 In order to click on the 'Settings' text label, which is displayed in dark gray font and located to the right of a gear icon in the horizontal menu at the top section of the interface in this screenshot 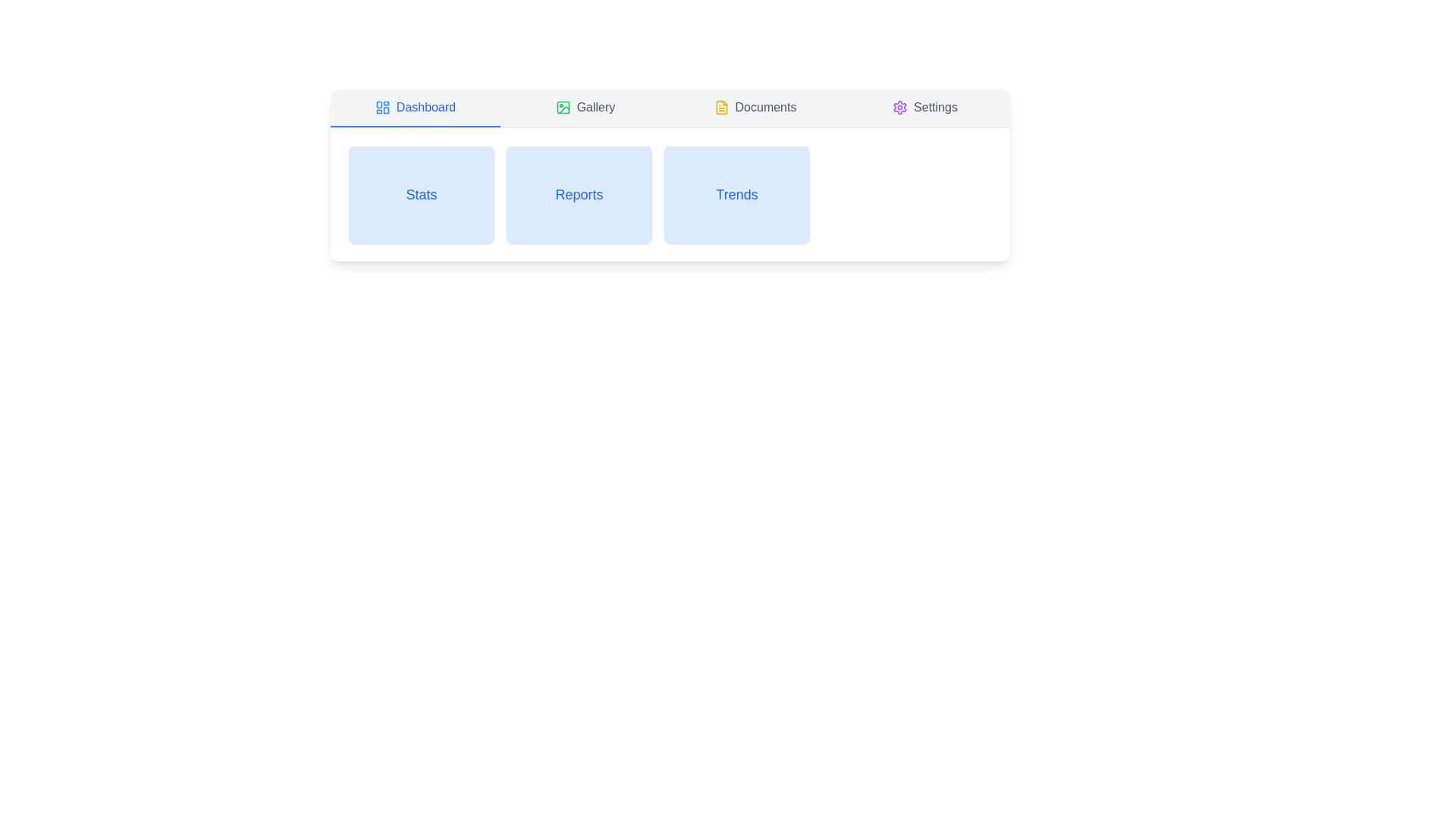, I will do `click(934, 107)`.